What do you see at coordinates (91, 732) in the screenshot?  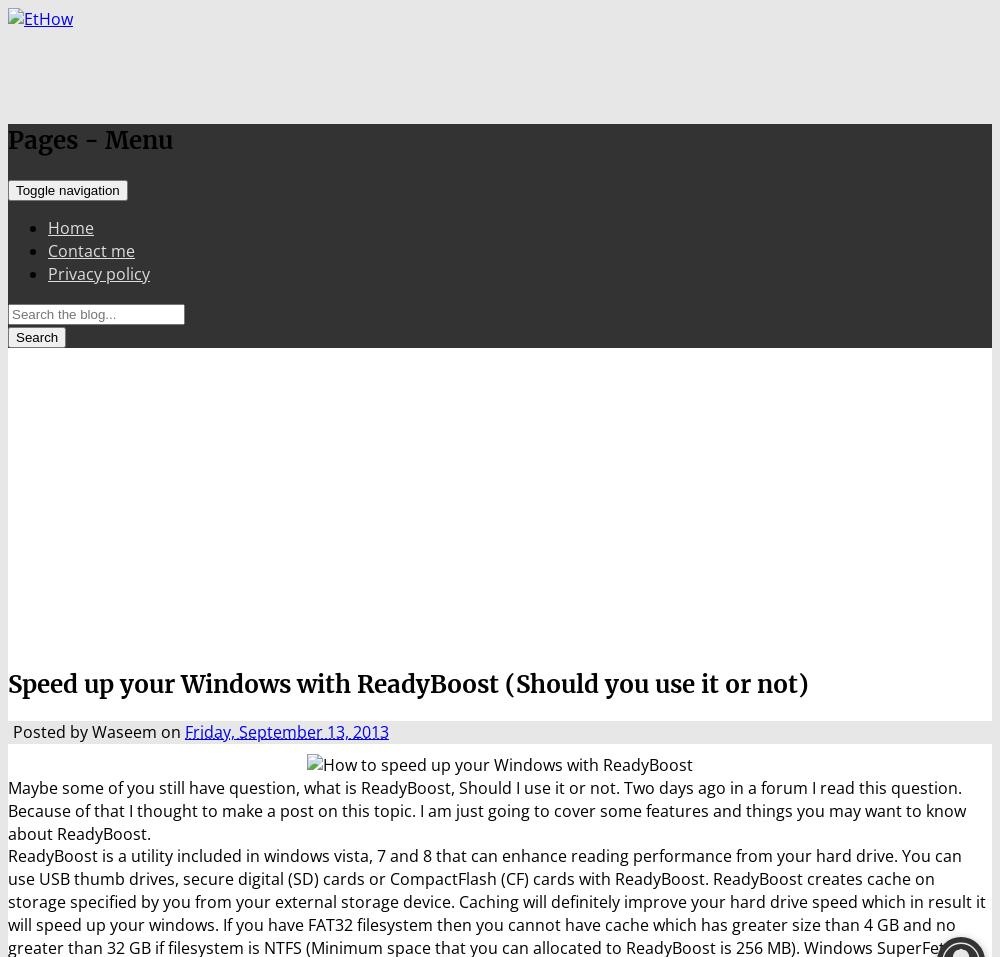 I see `'Waseem'` at bounding box center [91, 732].